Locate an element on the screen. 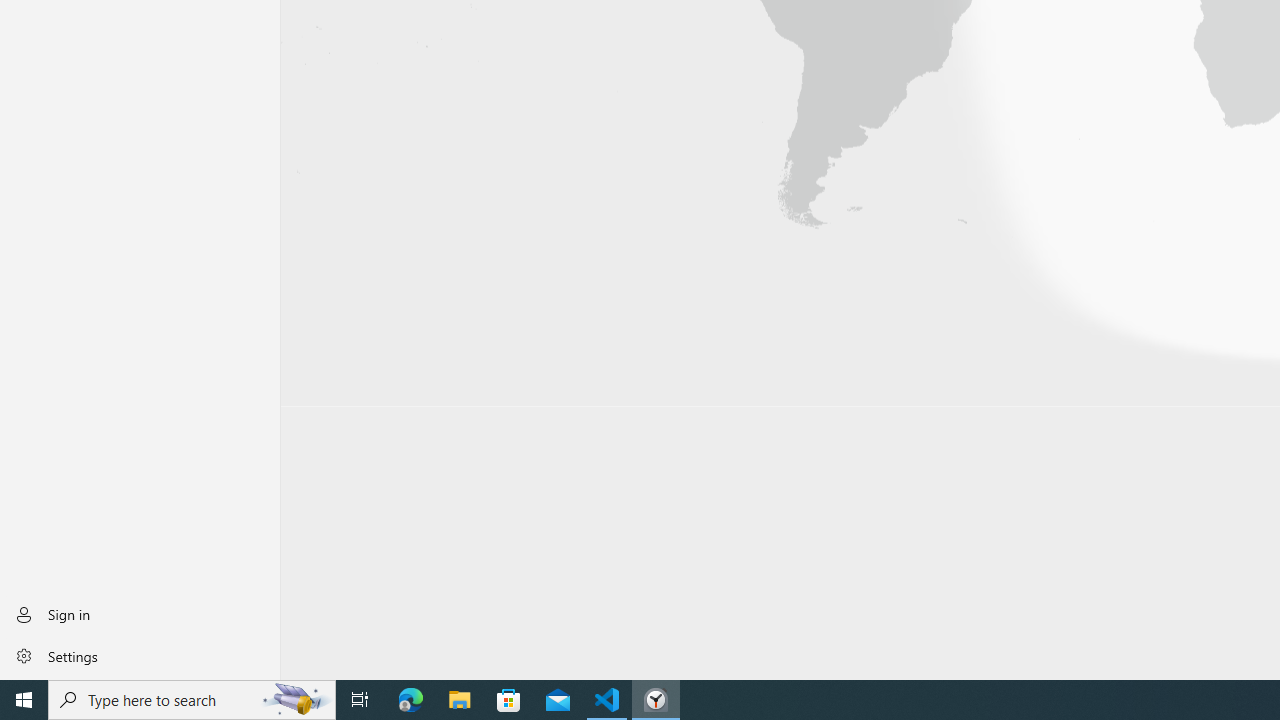 The image size is (1280, 720). 'Clock - 1 running window' is located at coordinates (656, 698).